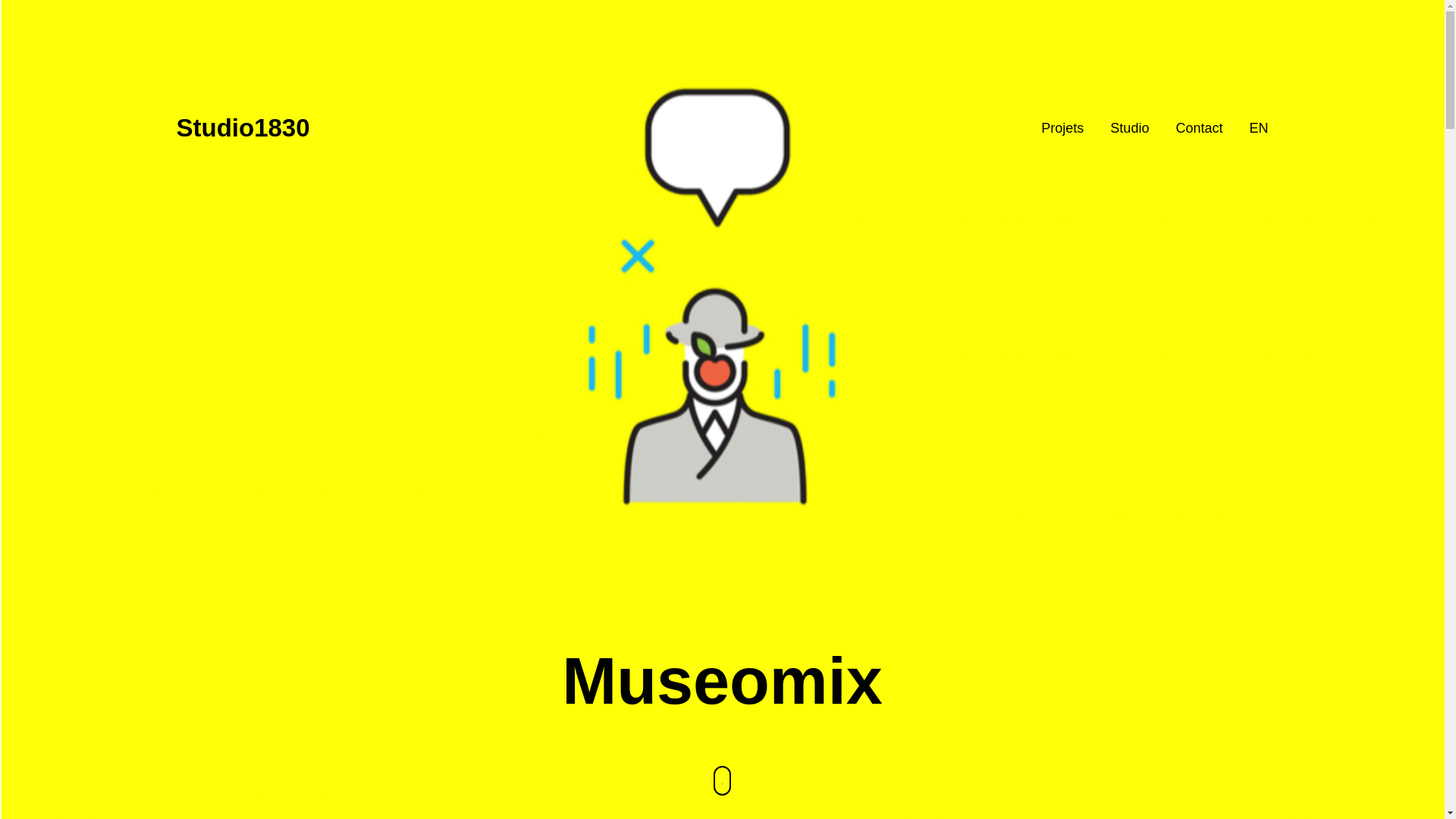  I want to click on 'Contact', so click(1197, 127).